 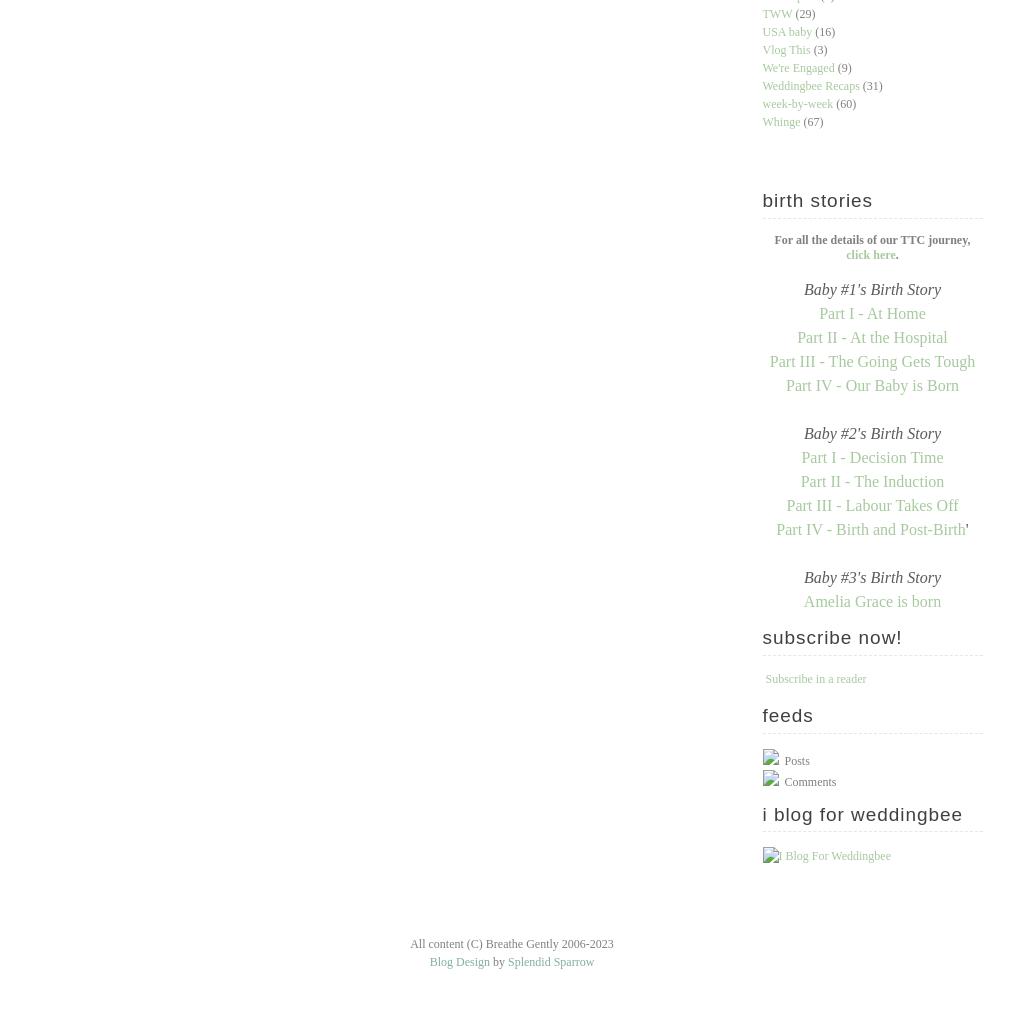 What do you see at coordinates (872, 601) in the screenshot?
I see `'Amelia Grace is born'` at bounding box center [872, 601].